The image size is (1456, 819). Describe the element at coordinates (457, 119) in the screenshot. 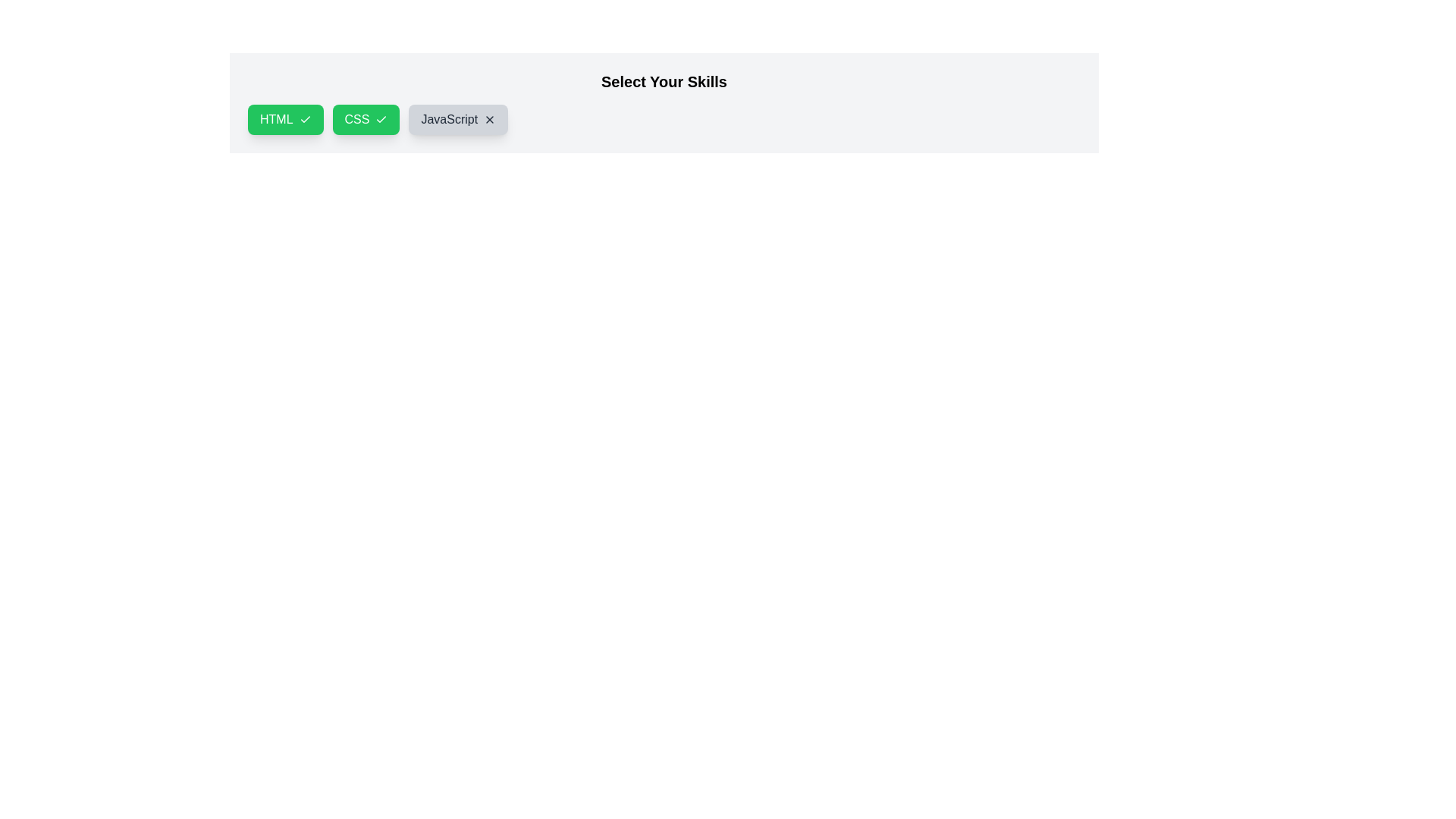

I see `the chip labeled JavaScript` at that location.